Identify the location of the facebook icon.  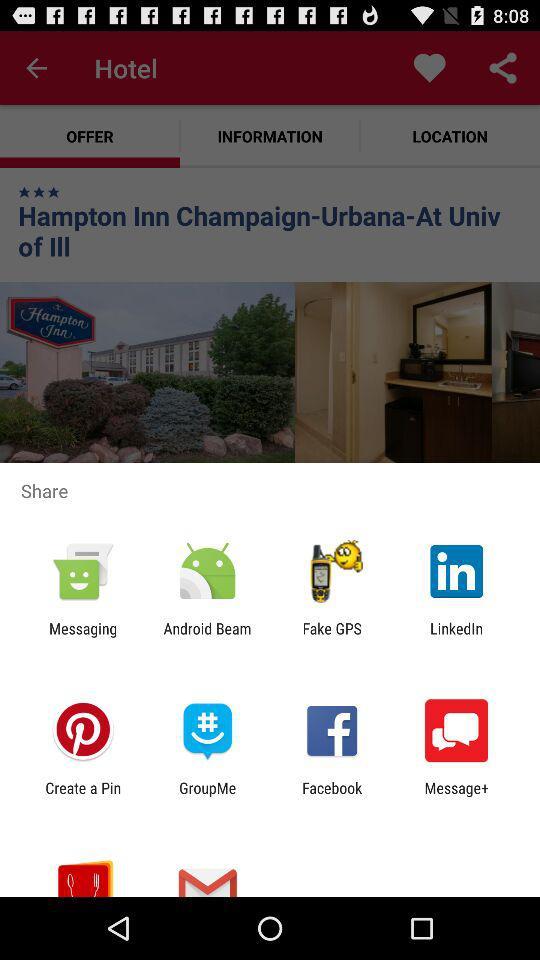
(332, 796).